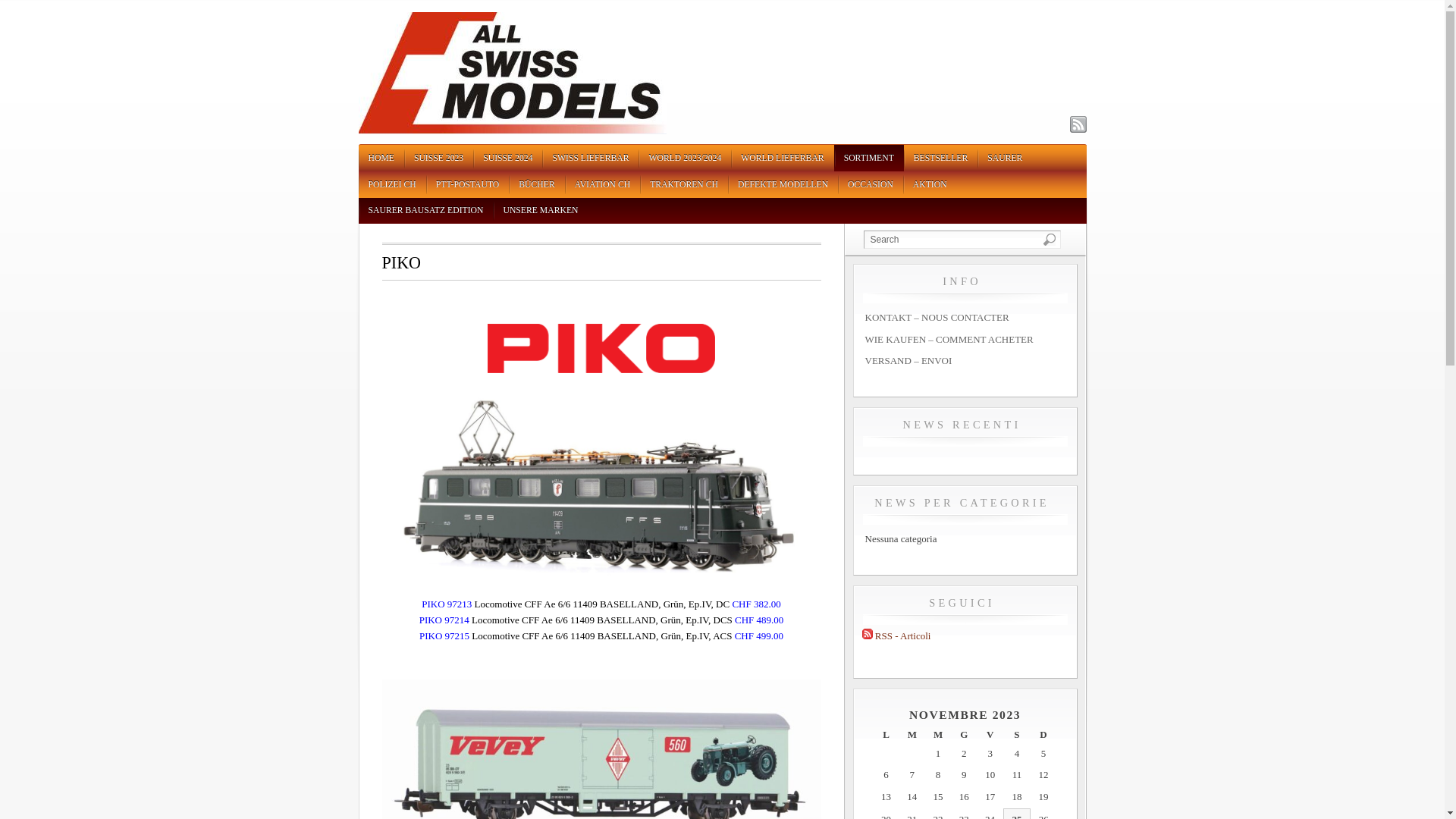  What do you see at coordinates (601, 184) in the screenshot?
I see `'AVIATION CH'` at bounding box center [601, 184].